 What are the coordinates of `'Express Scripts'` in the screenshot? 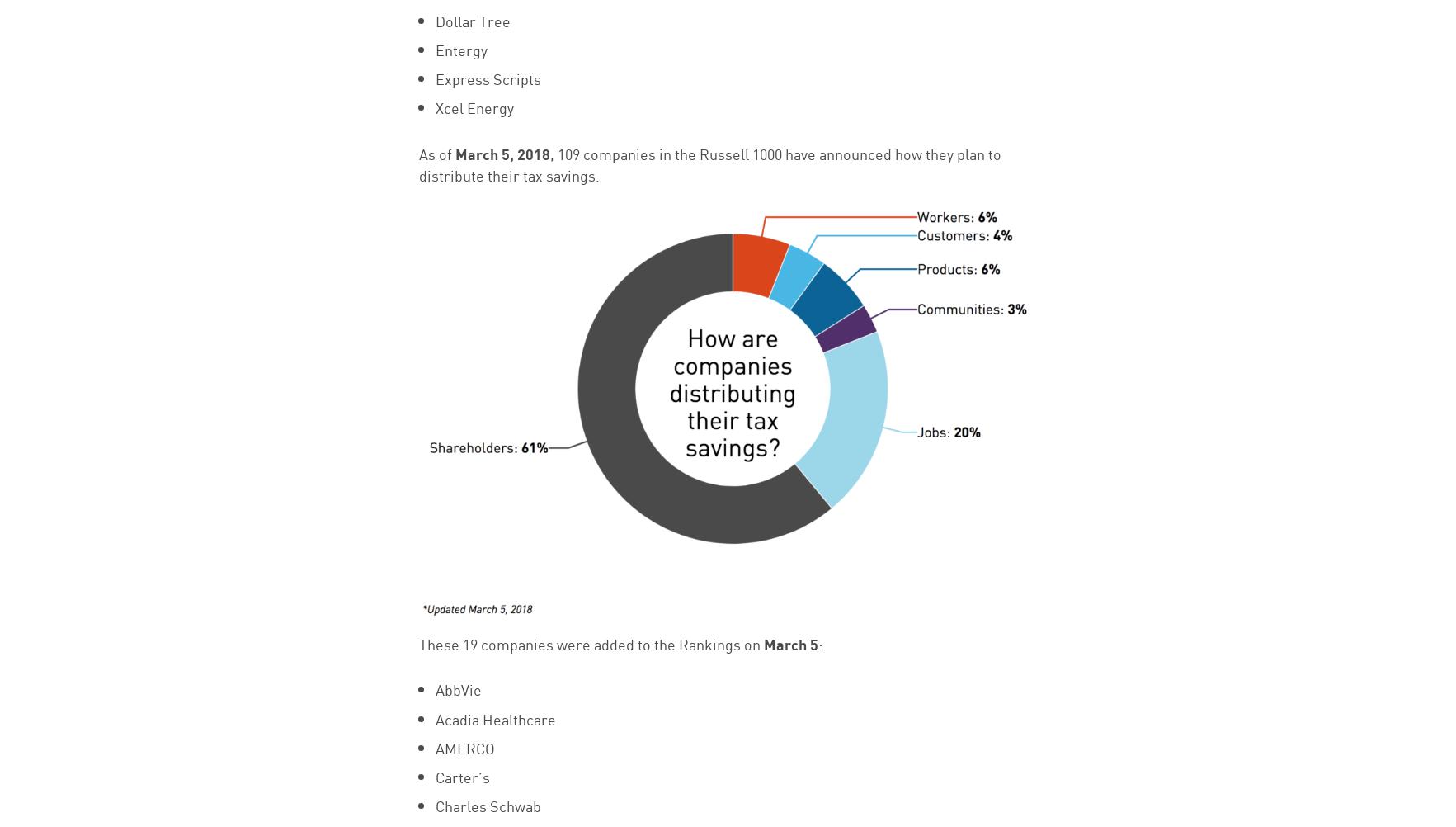 It's located at (486, 77).